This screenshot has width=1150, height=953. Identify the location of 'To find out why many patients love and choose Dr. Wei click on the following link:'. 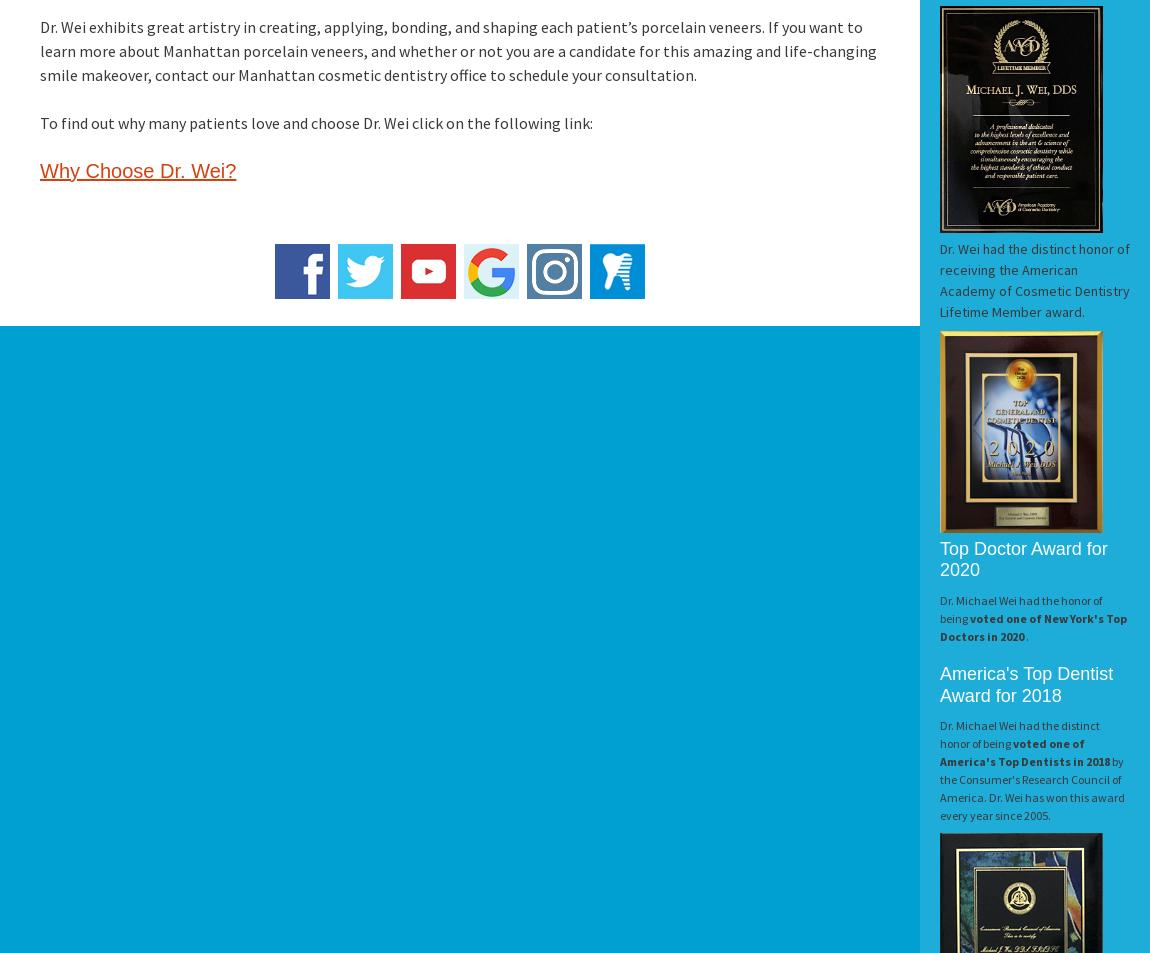
(39, 122).